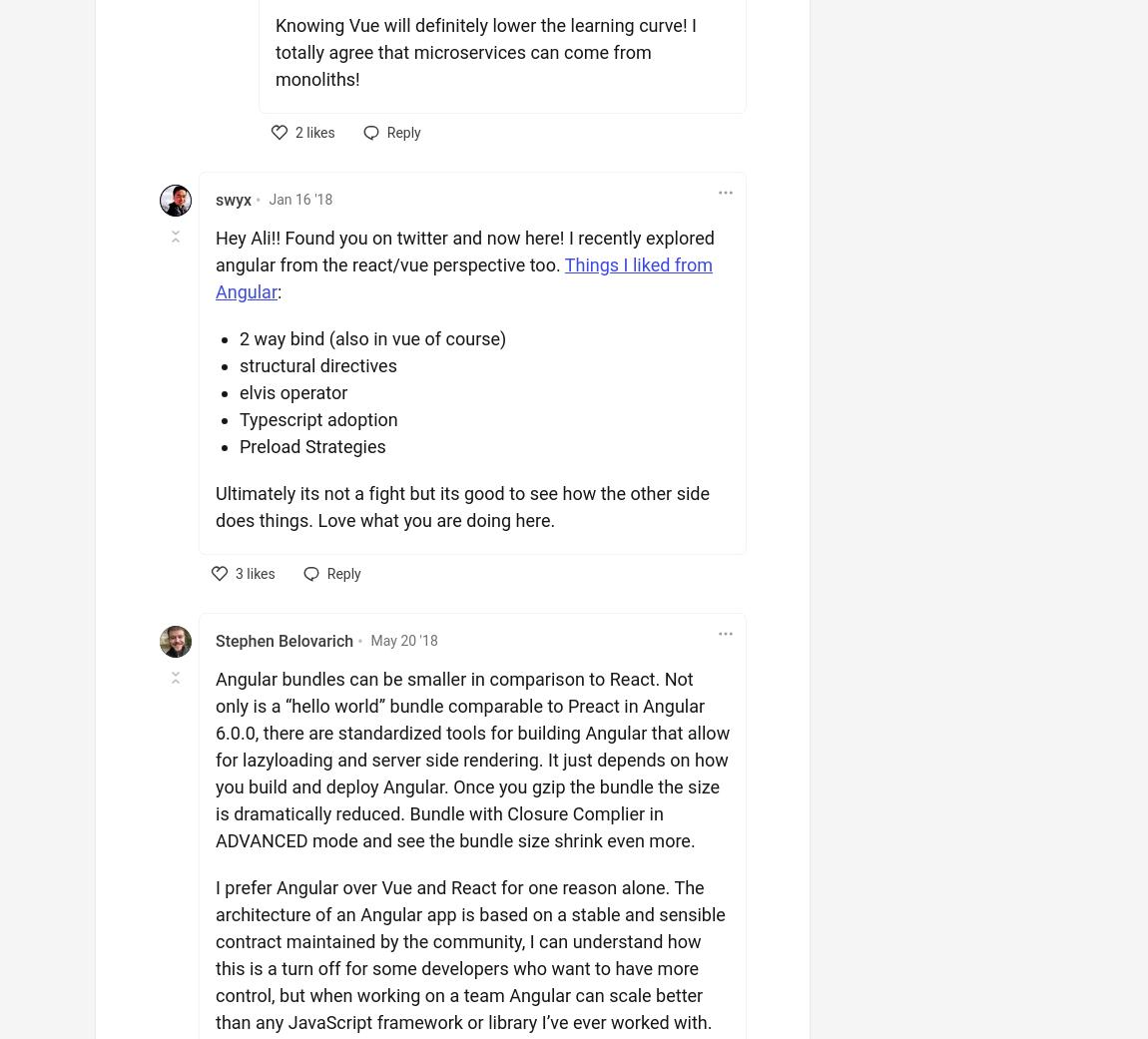  Describe the element at coordinates (369, 639) in the screenshot. I see `'May 20 '18'` at that location.